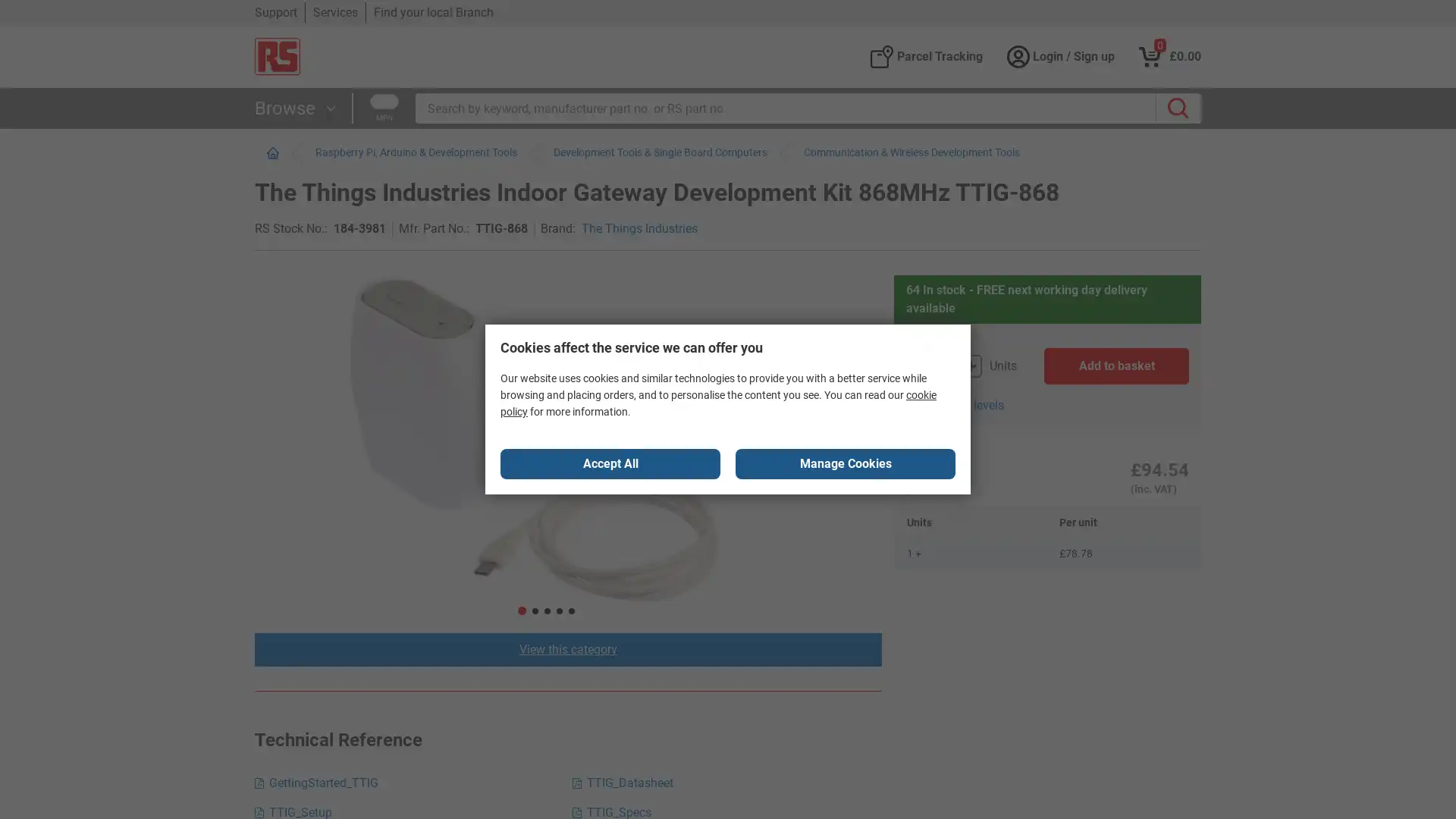 This screenshot has width=1456, height=819. Describe the element at coordinates (612, 426) in the screenshot. I see `Gallery asset 3 of 5` at that location.